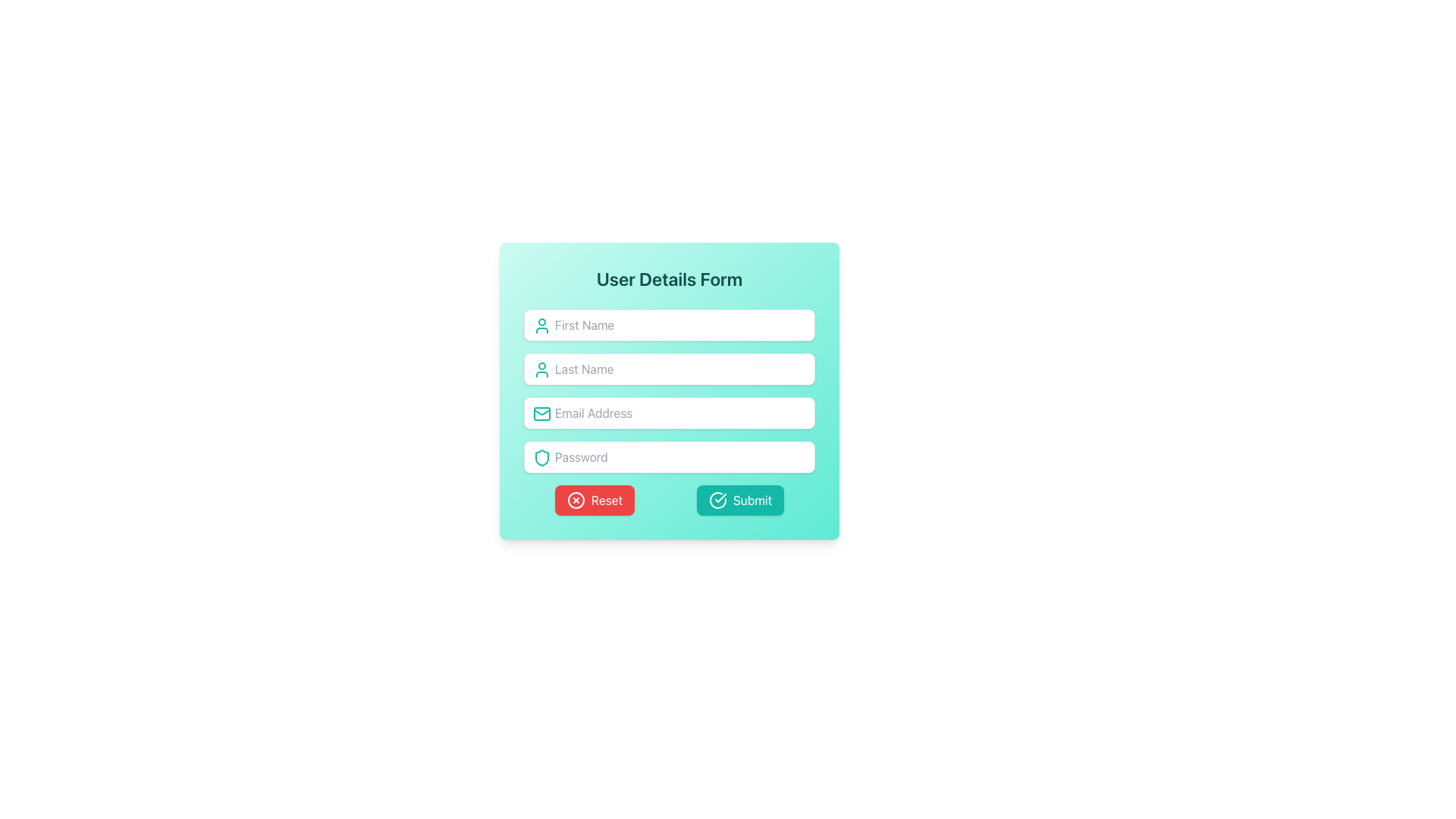 Image resolution: width=1456 pixels, height=819 pixels. What do you see at coordinates (542, 457) in the screenshot?
I see `the shield-shaped icon with a teal outline, which is located to the left of the password input field in the user details form` at bounding box center [542, 457].